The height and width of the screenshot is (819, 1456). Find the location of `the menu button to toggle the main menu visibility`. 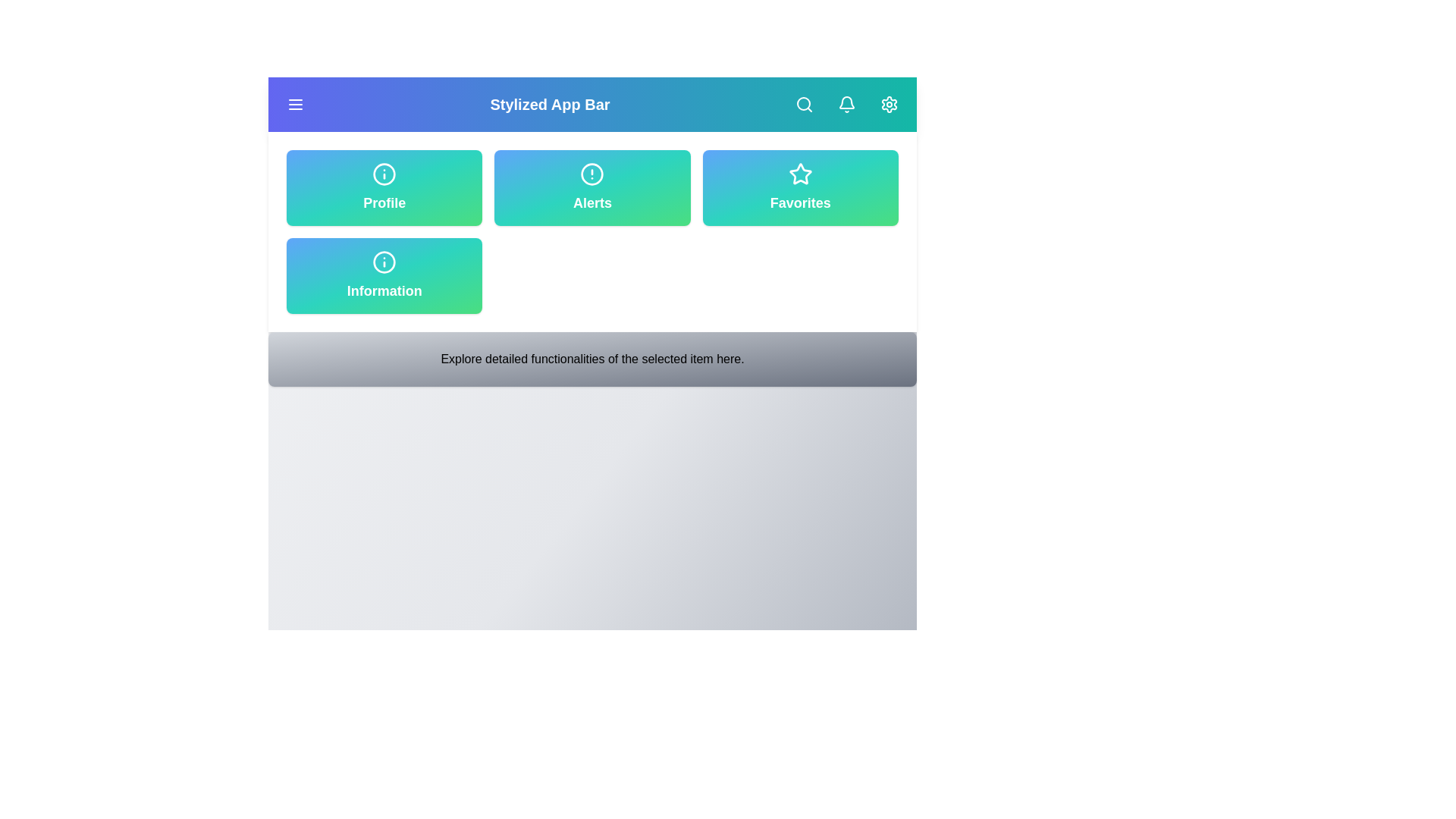

the menu button to toggle the main menu visibility is located at coordinates (295, 104).